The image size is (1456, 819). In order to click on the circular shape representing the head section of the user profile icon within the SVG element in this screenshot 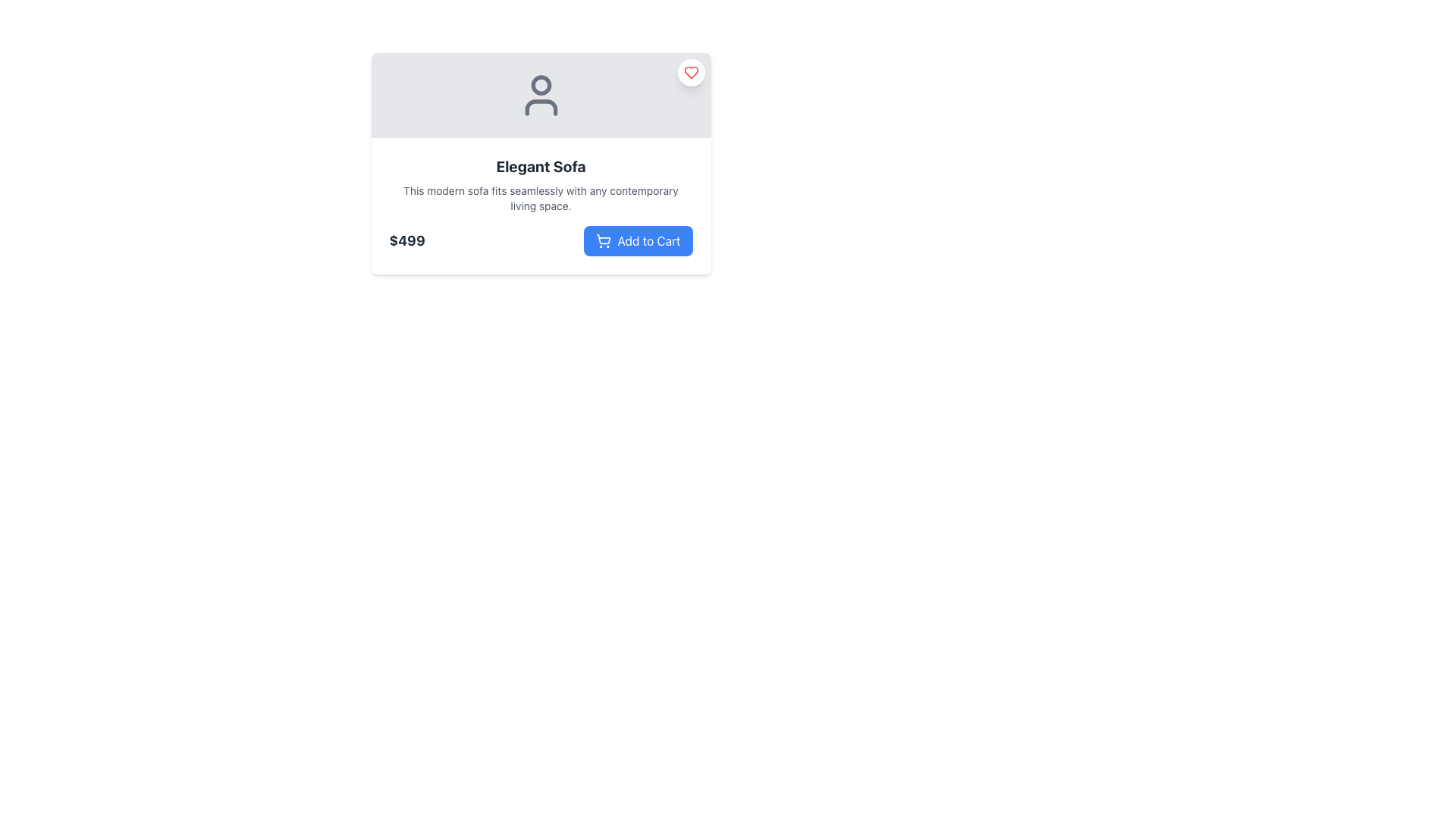, I will do `click(541, 85)`.